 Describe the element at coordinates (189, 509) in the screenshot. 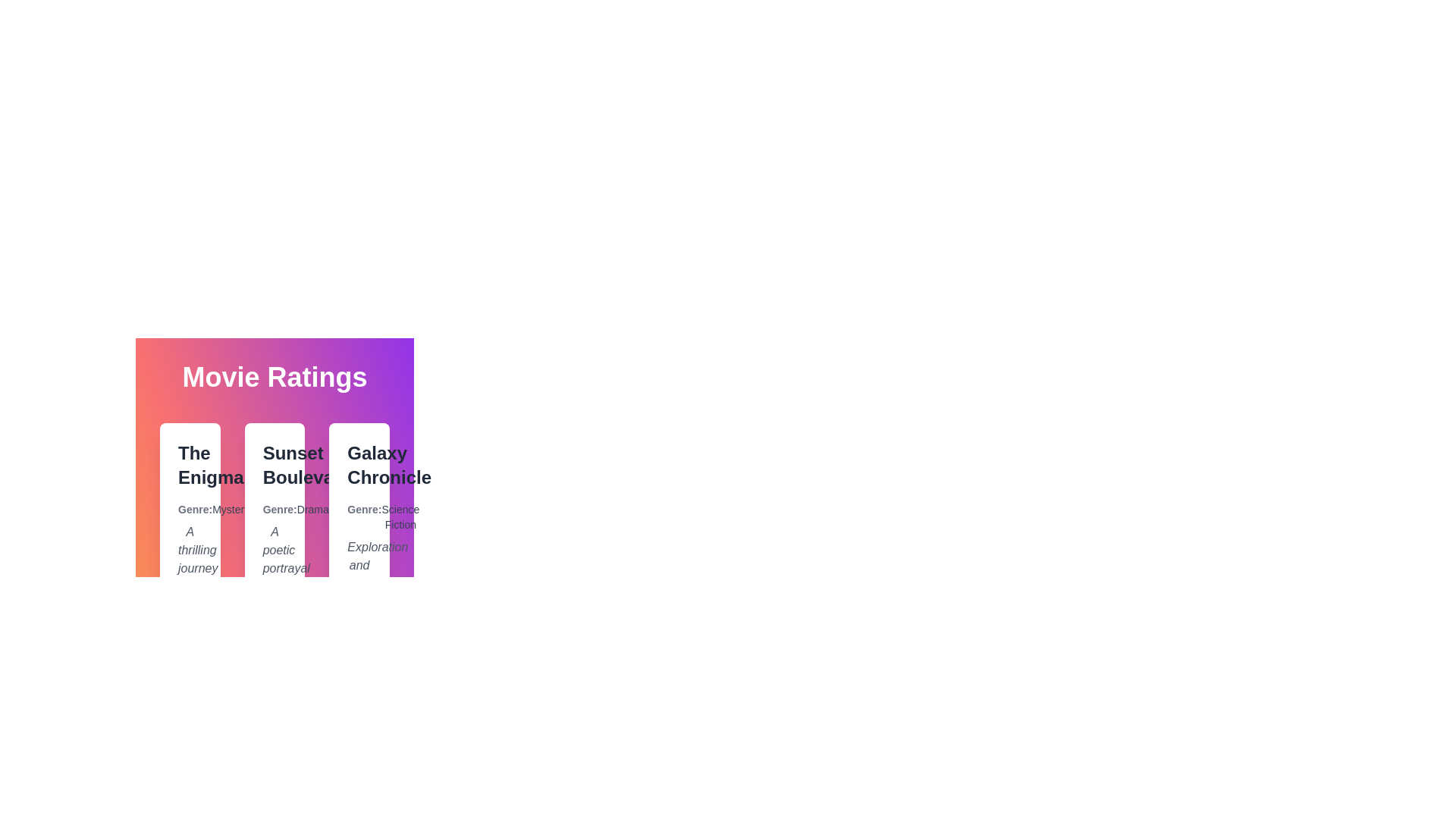

I see `the genre label for The Enigma` at that location.